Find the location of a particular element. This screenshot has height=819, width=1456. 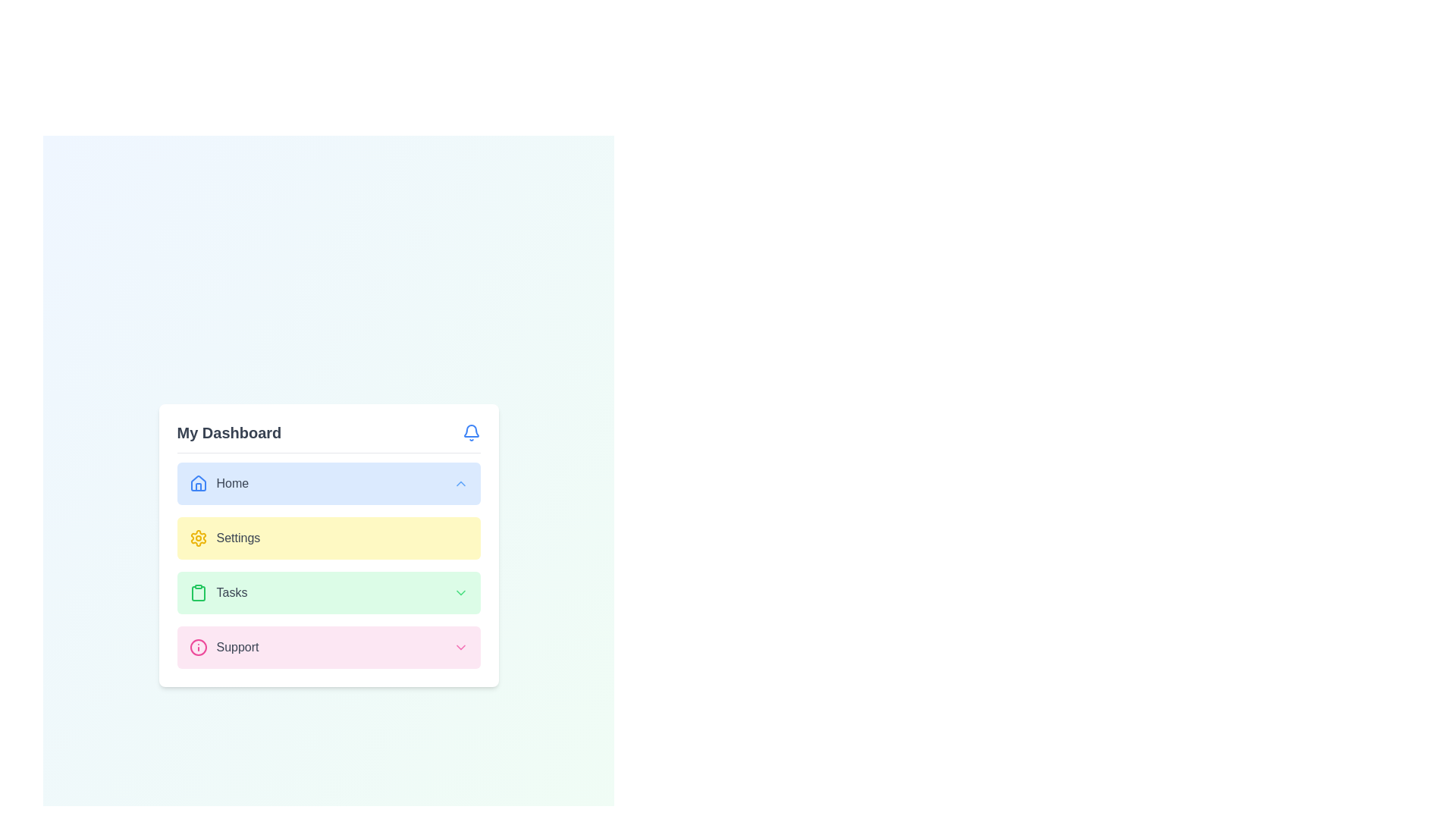

the green clipboard icon located to the left of the 'Tasks' text is located at coordinates (197, 591).